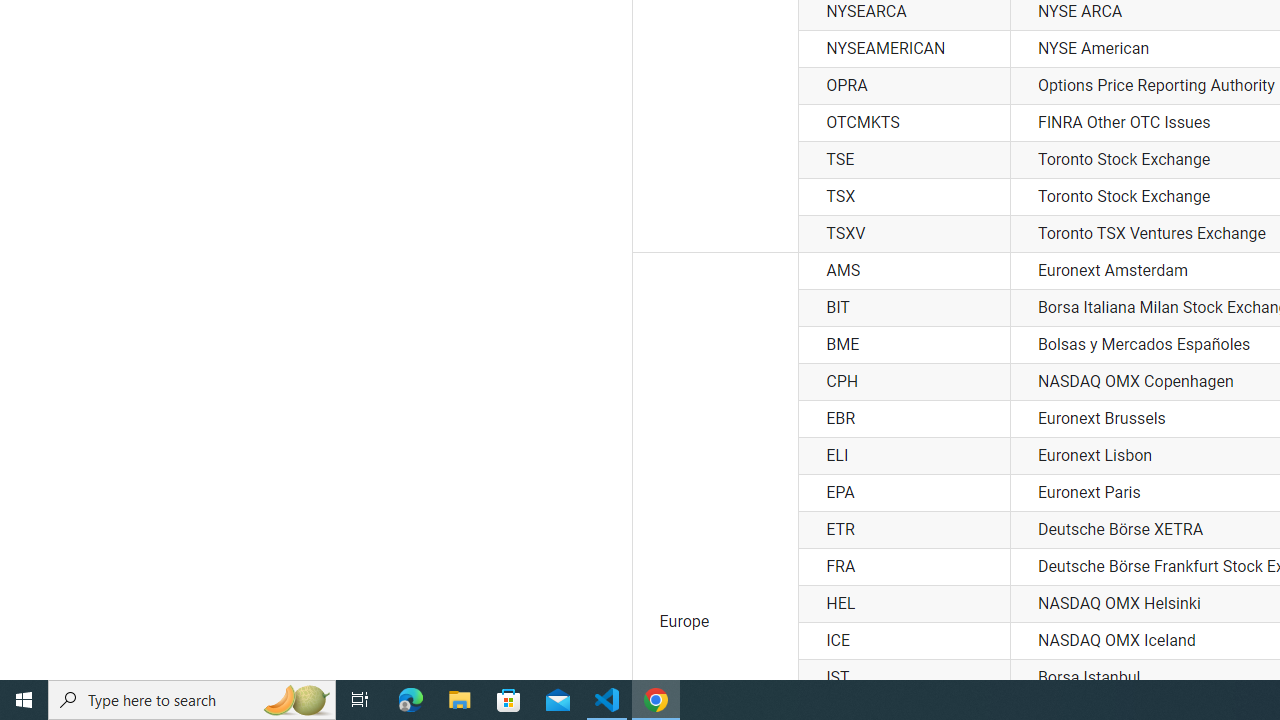  What do you see at coordinates (903, 47) in the screenshot?
I see `'NYSEAMERICAN'` at bounding box center [903, 47].